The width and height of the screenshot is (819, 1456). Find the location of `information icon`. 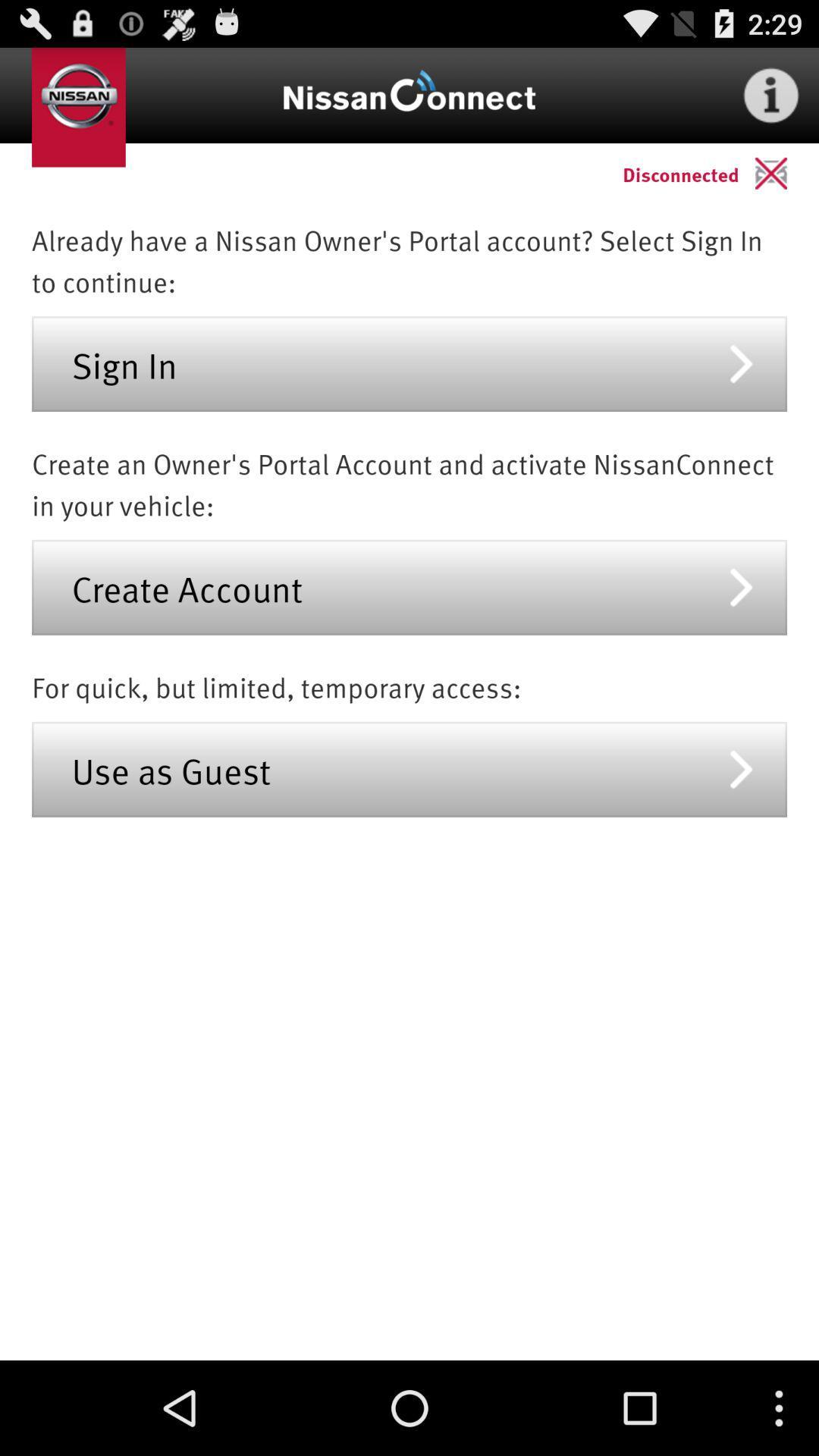

information icon is located at coordinates (771, 94).